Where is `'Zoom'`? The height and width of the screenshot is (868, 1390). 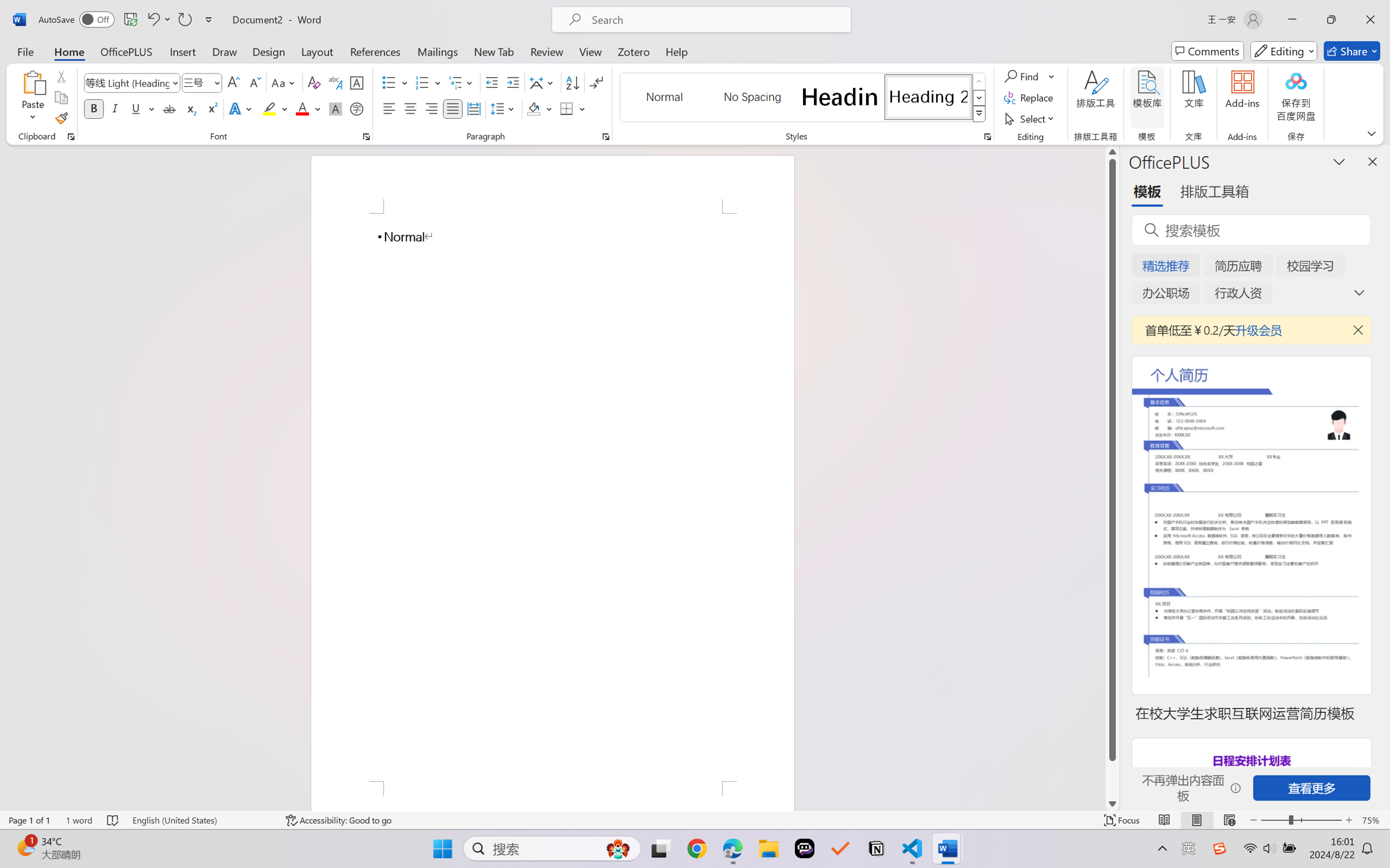
'Zoom' is located at coordinates (1302, 820).